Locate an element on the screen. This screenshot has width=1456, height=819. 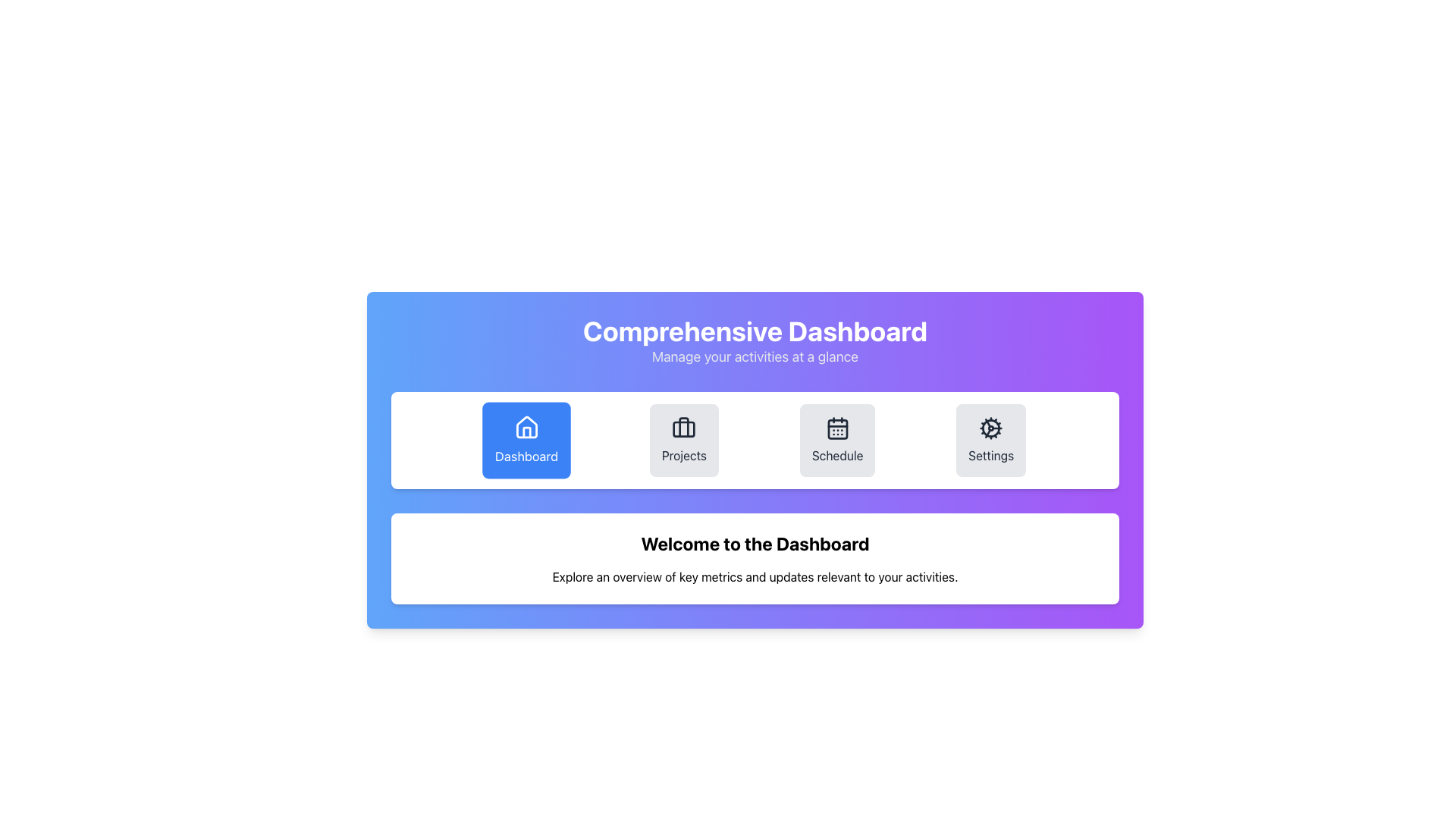
the header text block that describes the page's purpose as a comprehensive dashboard for activity management is located at coordinates (755, 342).